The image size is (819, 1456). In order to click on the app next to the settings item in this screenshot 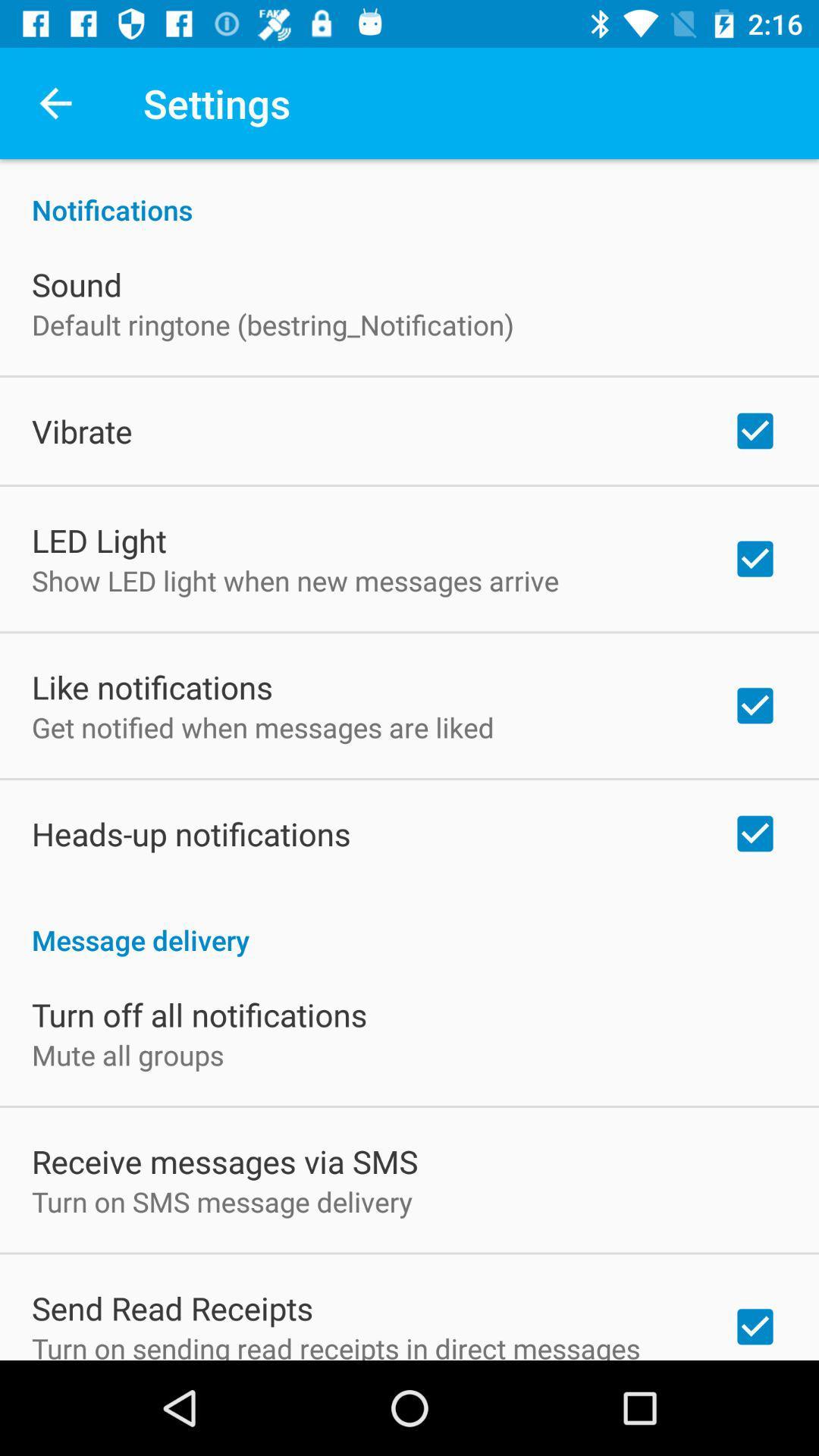, I will do `click(55, 102)`.